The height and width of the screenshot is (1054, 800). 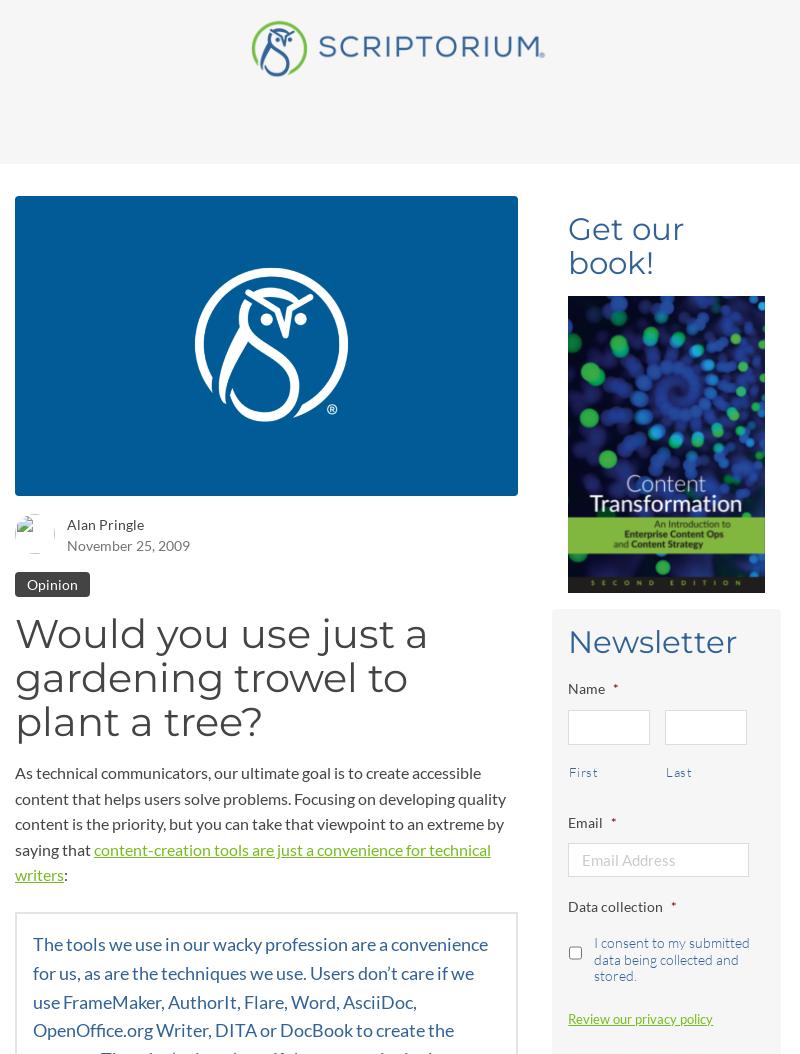 I want to click on 'C. Bollinger', so click(x=189, y=419).